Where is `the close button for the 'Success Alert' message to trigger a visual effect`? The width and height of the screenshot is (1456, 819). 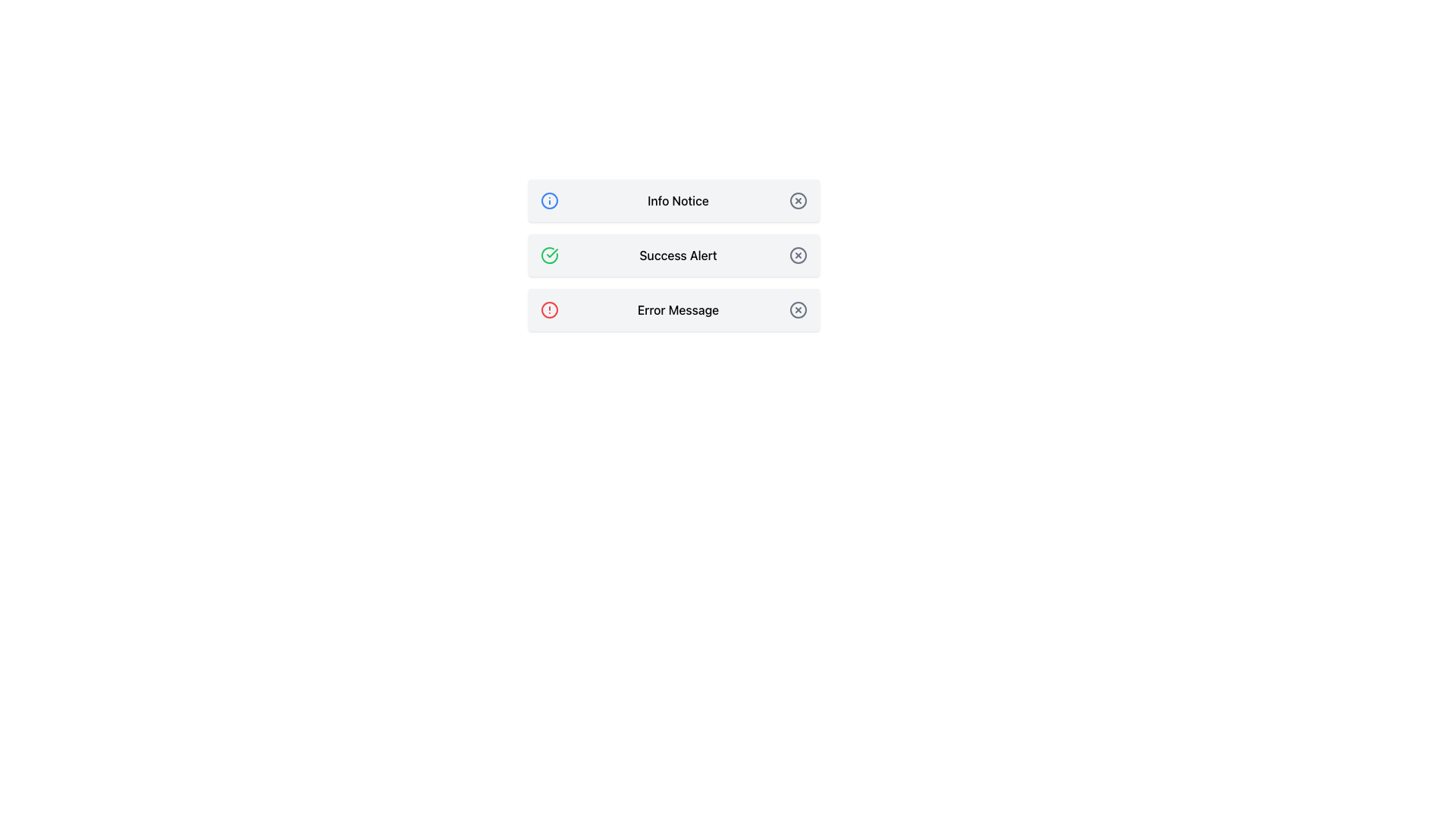
the close button for the 'Success Alert' message to trigger a visual effect is located at coordinates (797, 254).